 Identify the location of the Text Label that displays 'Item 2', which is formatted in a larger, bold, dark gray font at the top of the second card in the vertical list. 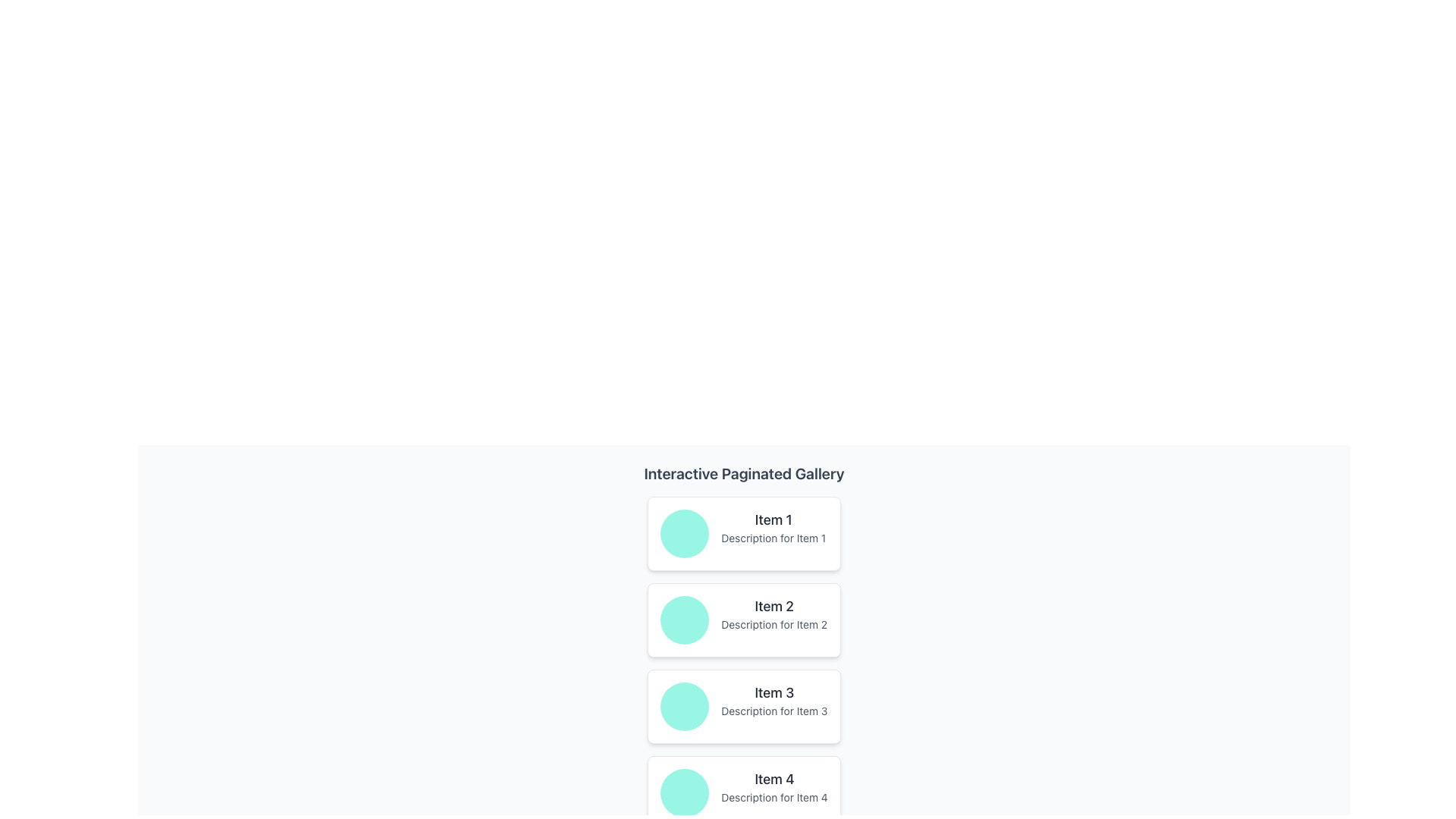
(774, 605).